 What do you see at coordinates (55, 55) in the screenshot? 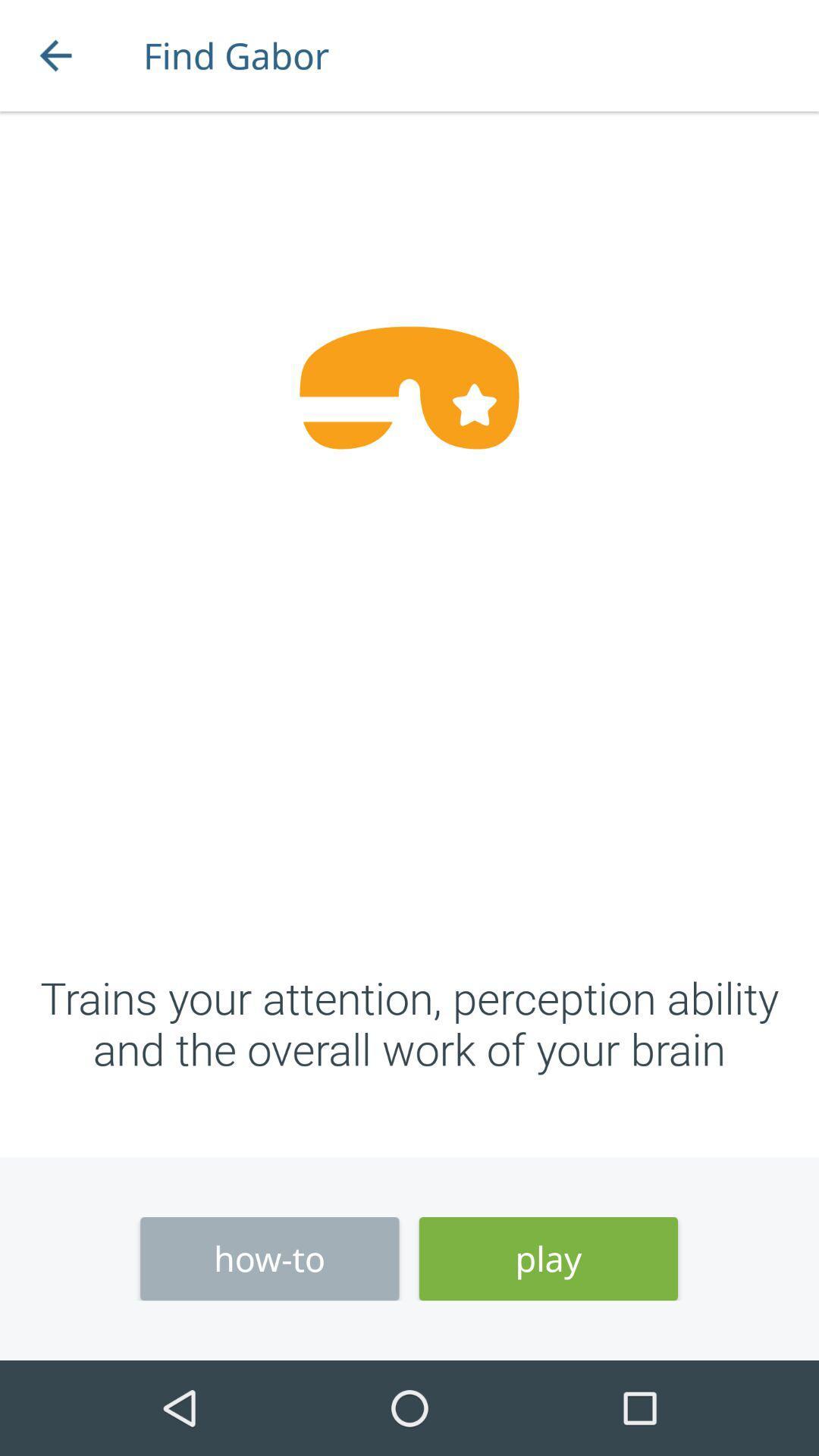
I see `icon above the trains your attention` at bounding box center [55, 55].